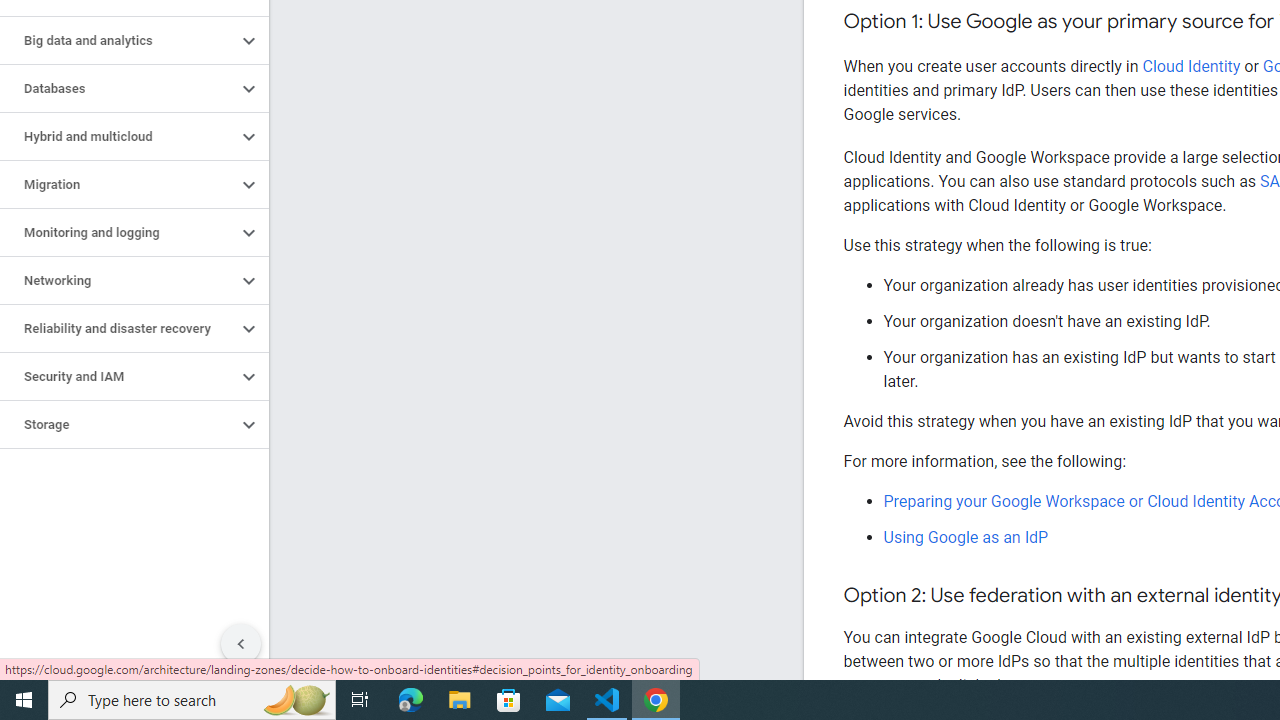  I want to click on 'Migration', so click(117, 185).